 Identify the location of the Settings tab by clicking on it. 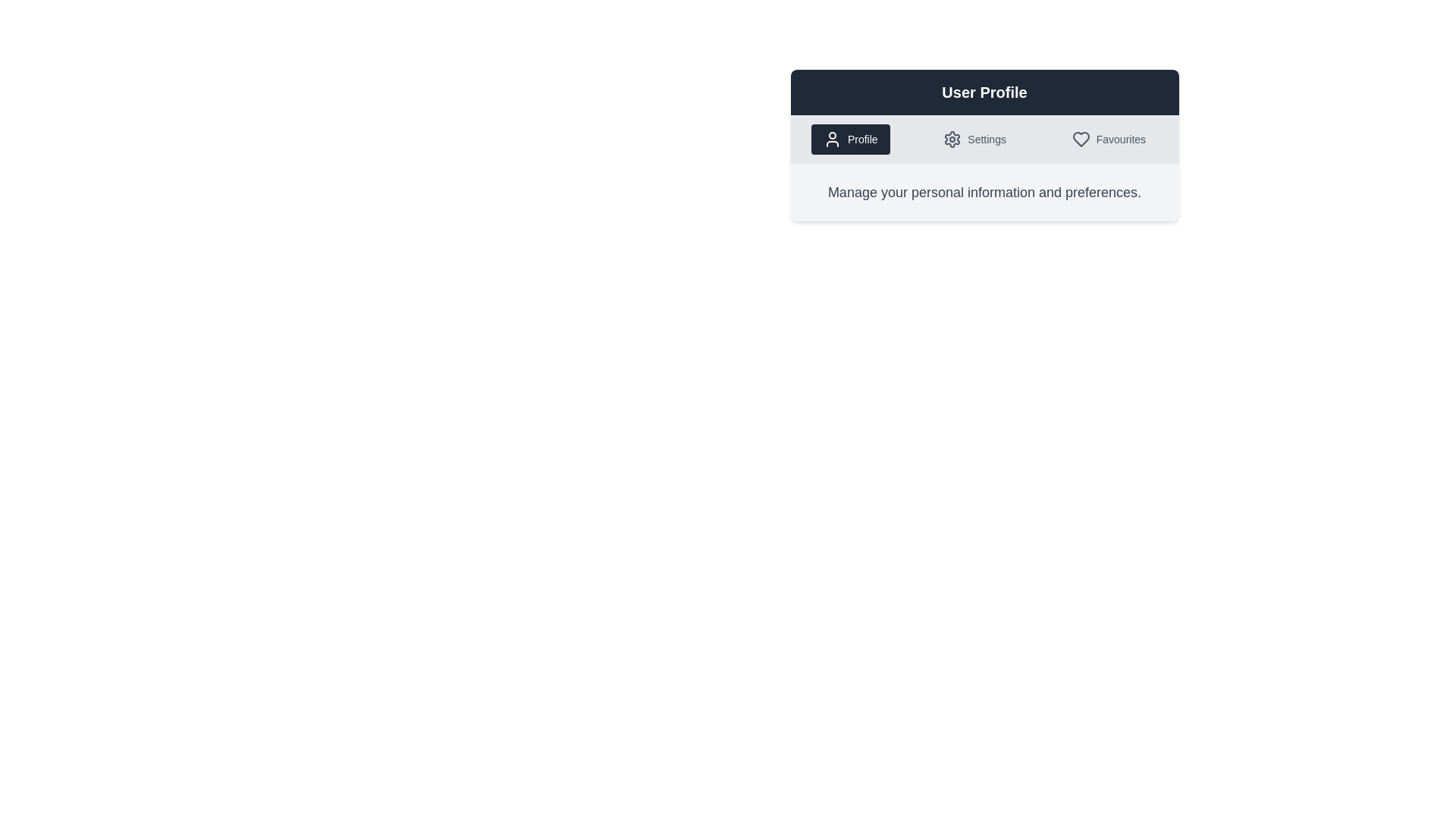
(974, 140).